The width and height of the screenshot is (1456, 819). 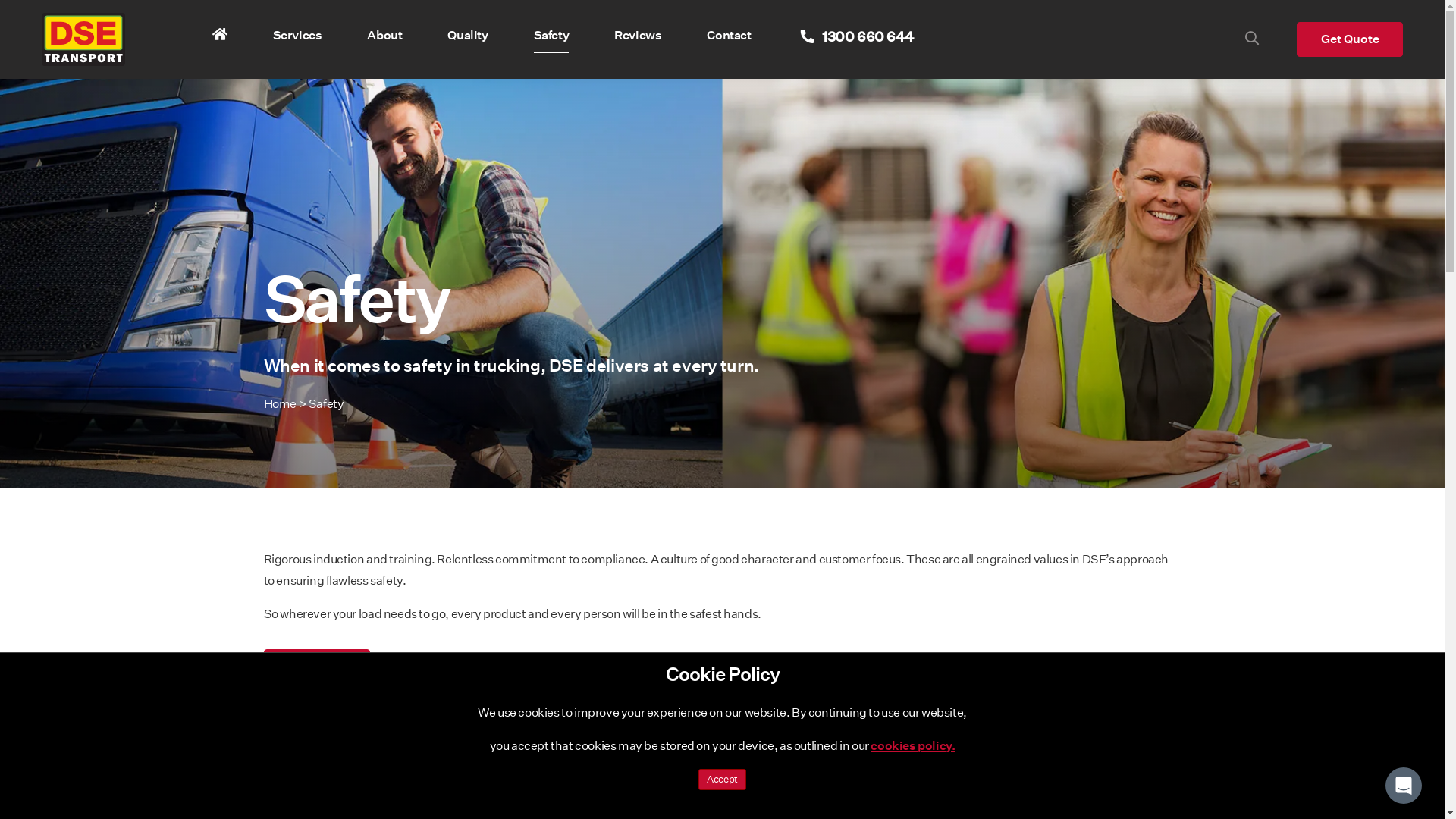 I want to click on 'Home', so click(x=280, y=403).